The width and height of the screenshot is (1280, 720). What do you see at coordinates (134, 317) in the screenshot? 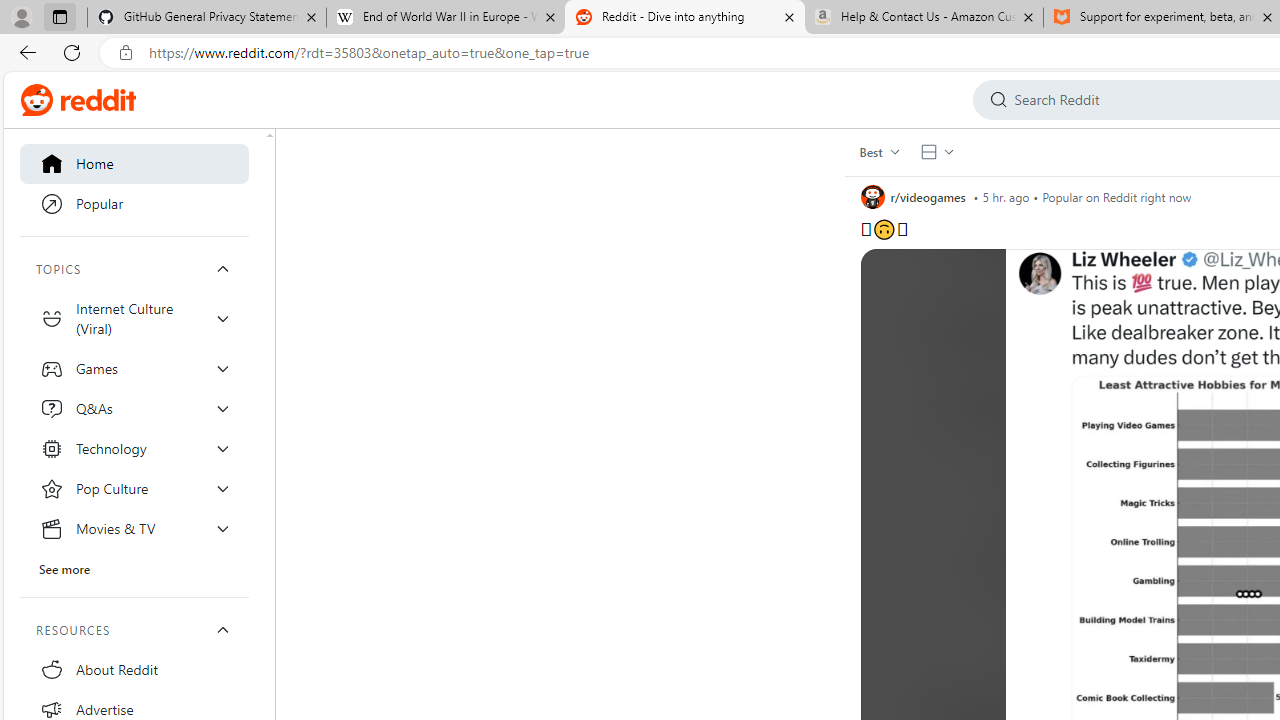
I see `'Internet Culture (Viral)'` at bounding box center [134, 317].